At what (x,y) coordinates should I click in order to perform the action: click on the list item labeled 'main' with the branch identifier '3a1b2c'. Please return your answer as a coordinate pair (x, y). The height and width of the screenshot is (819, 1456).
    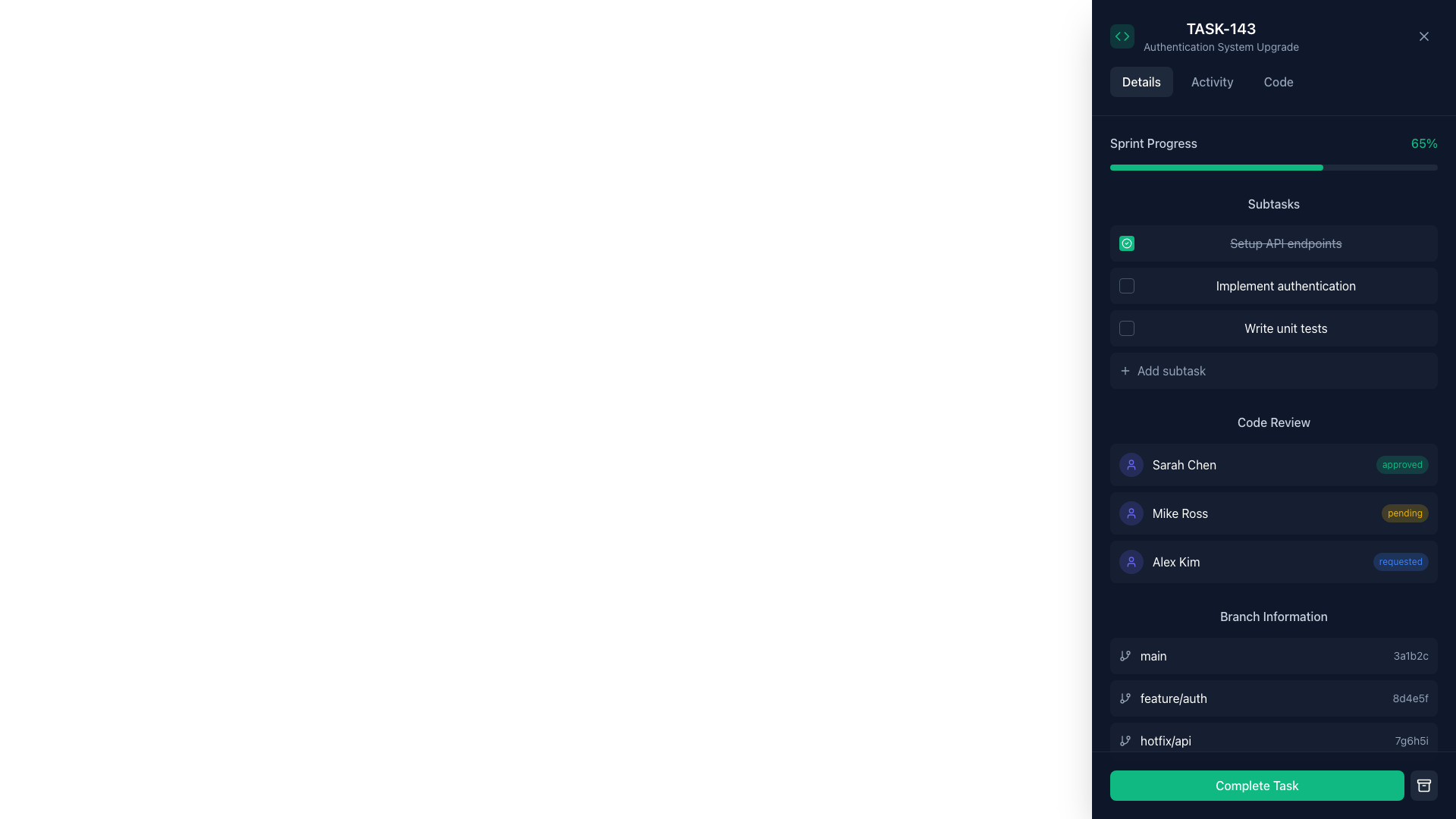
    Looking at the image, I should click on (1274, 654).